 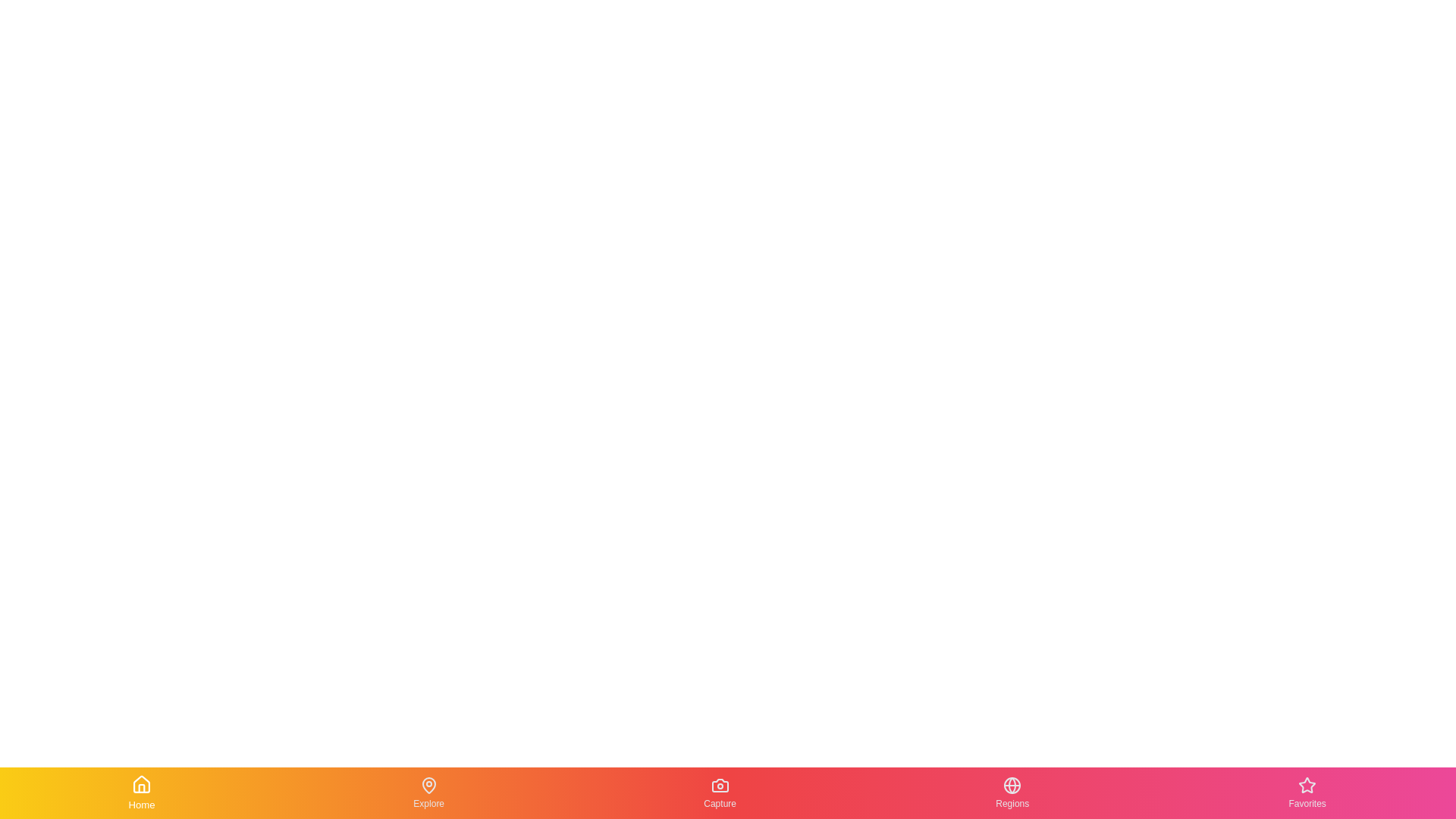 I want to click on the Explore tab in the bottom navigation bar, so click(x=428, y=792).